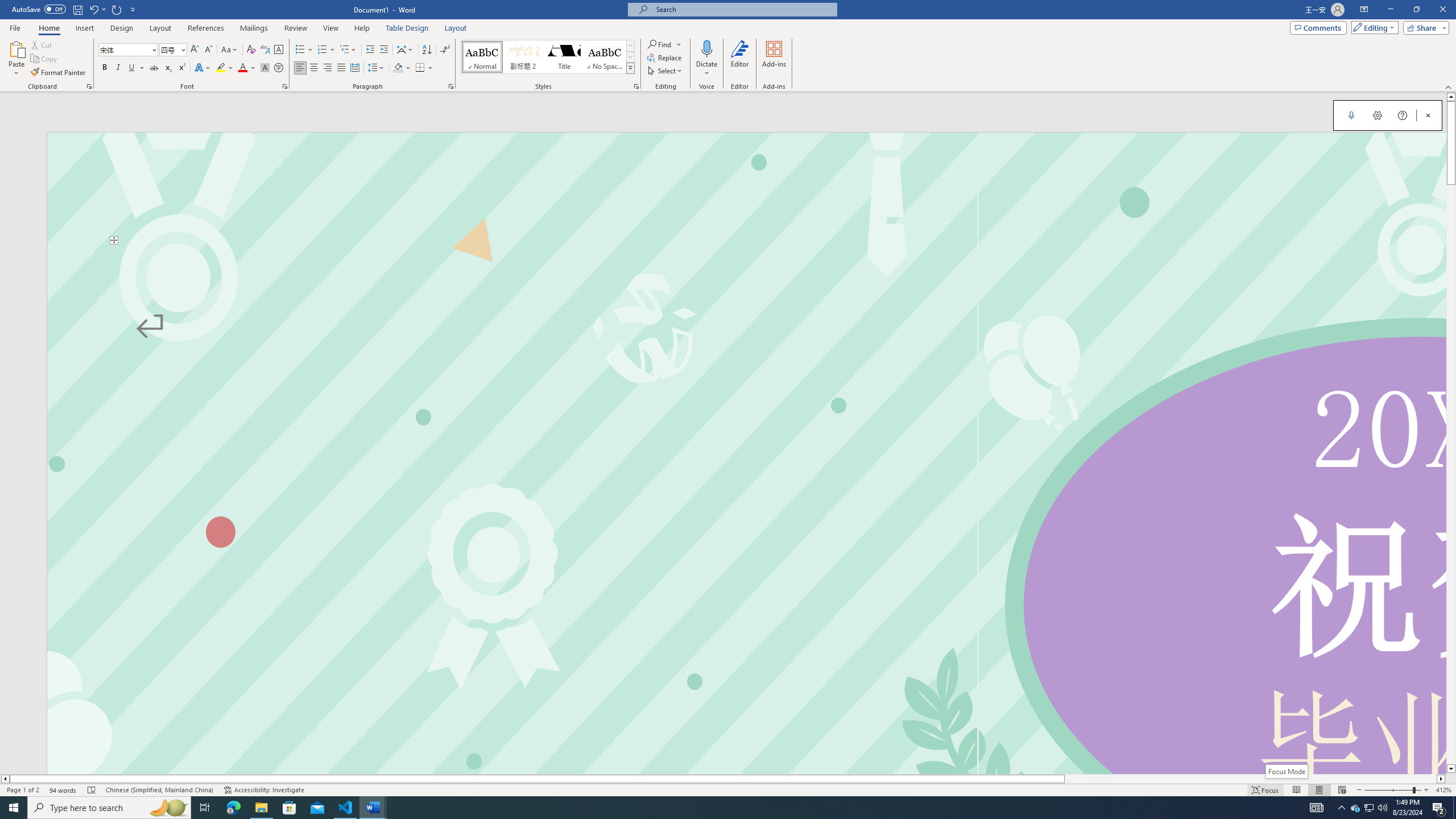  What do you see at coordinates (547, 56) in the screenshot?
I see `'AutomationID: QuickStylesGallery'` at bounding box center [547, 56].